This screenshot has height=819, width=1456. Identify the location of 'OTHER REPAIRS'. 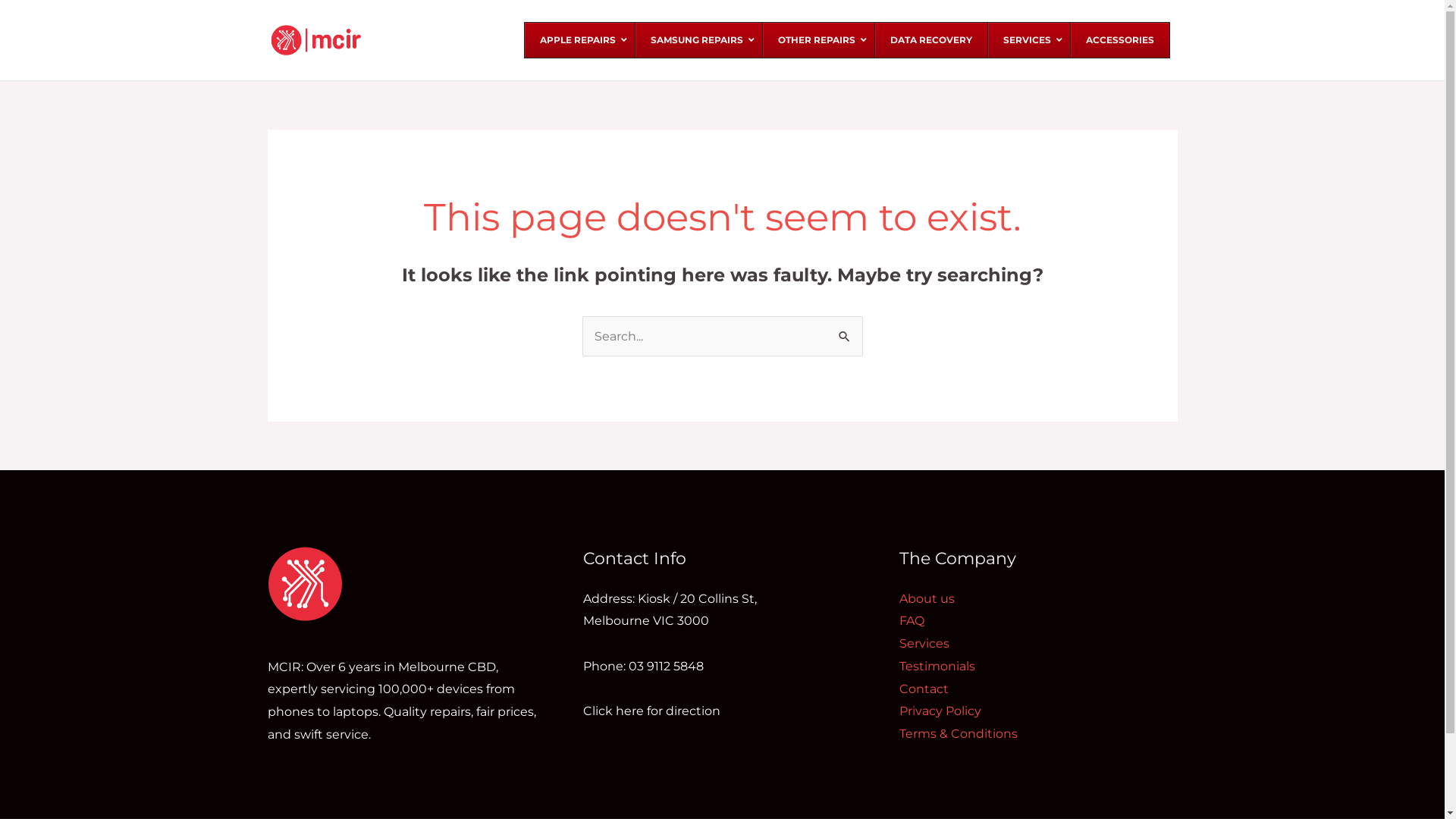
(817, 39).